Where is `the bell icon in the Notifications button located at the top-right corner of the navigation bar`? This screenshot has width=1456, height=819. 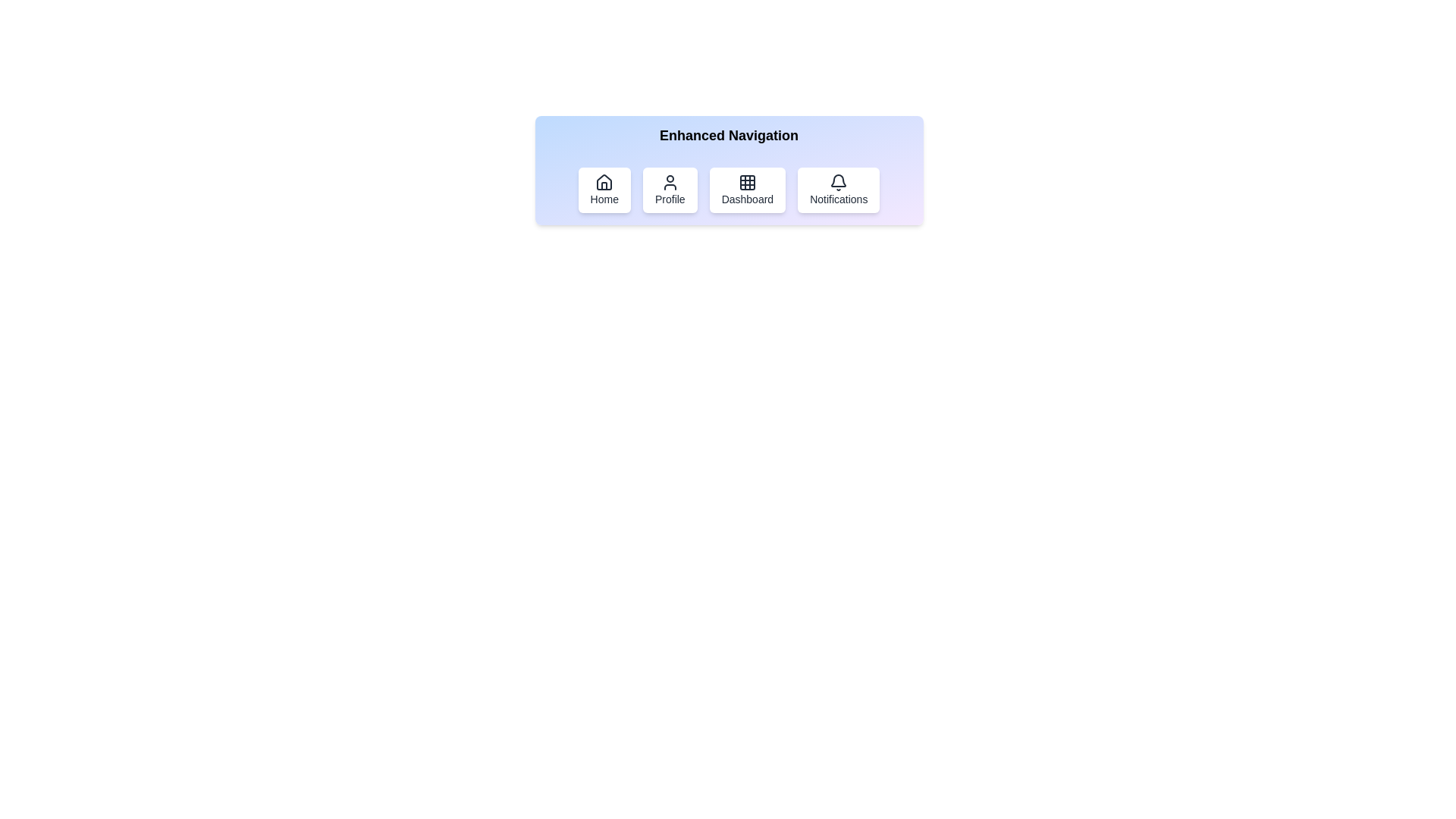 the bell icon in the Notifications button located at the top-right corner of the navigation bar is located at coordinates (838, 181).